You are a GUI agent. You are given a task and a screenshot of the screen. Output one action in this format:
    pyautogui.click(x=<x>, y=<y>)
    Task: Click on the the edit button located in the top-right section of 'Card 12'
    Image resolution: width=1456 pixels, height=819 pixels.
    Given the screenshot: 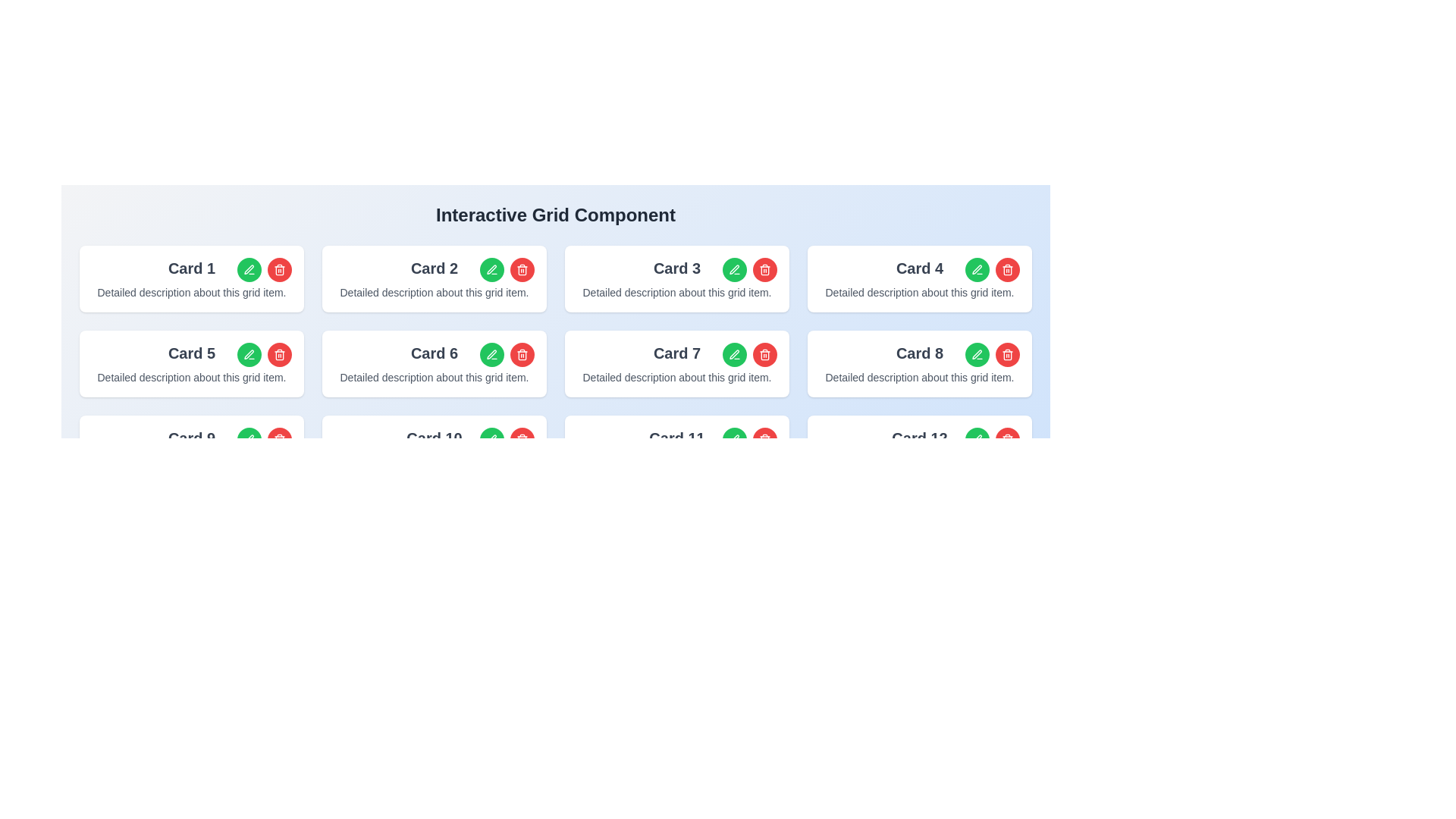 What is the action you would take?
    pyautogui.click(x=977, y=439)
    